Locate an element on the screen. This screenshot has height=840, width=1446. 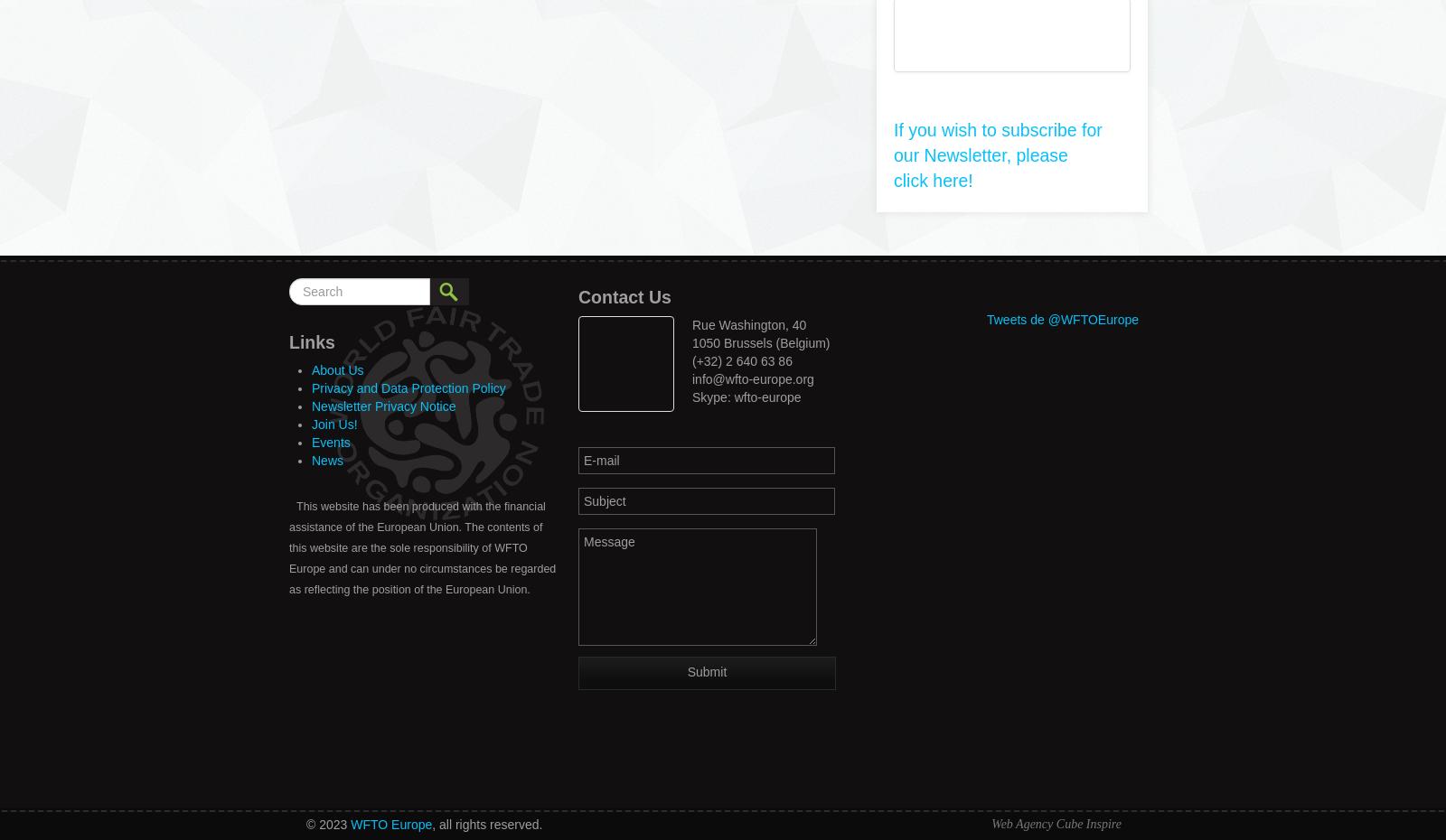
'About Us' is located at coordinates (337, 369).